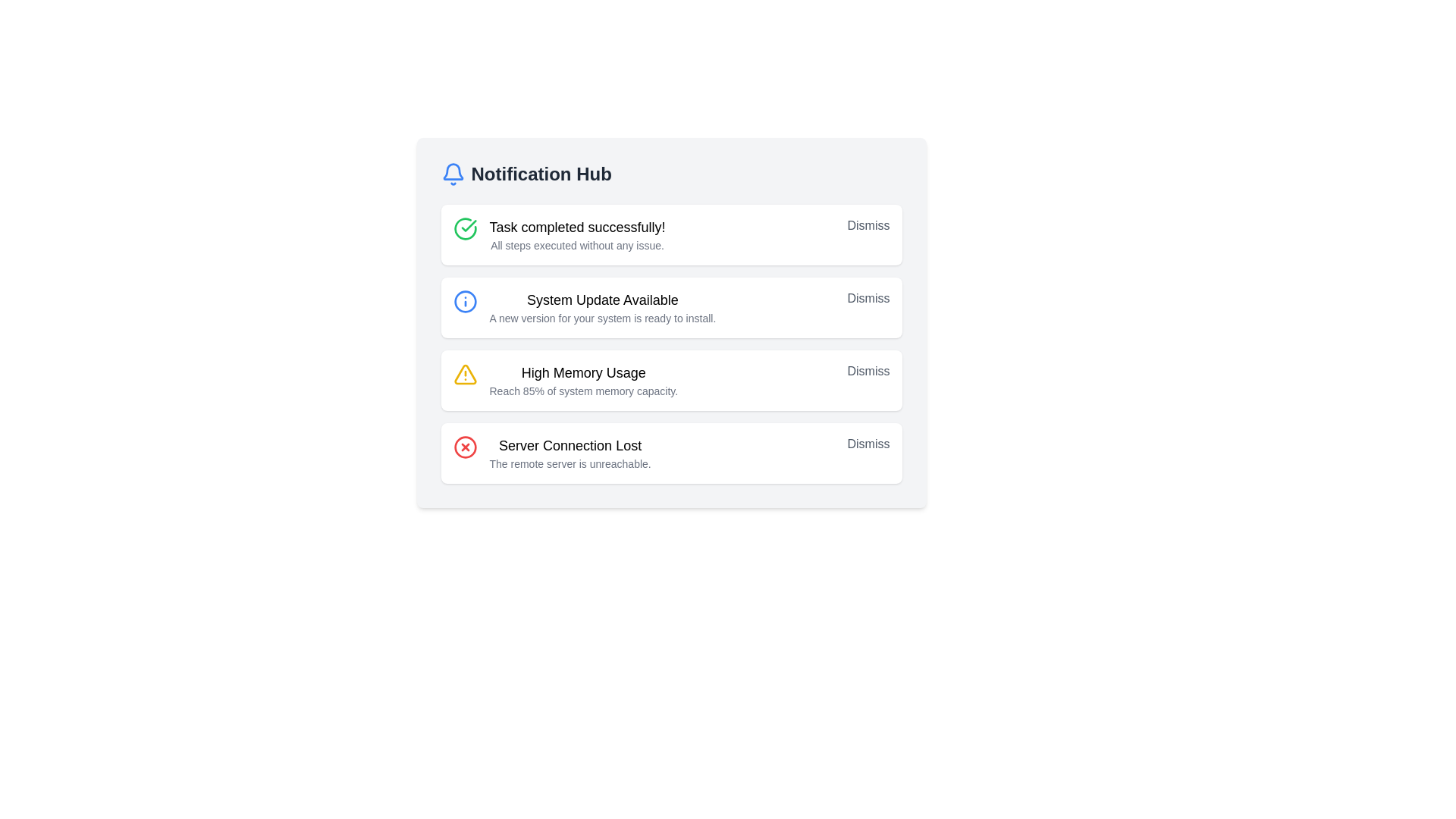 This screenshot has height=819, width=1456. I want to click on the informational icon indicator located at the top-left corner of the 'System Update Available' notification panel, so click(464, 301).